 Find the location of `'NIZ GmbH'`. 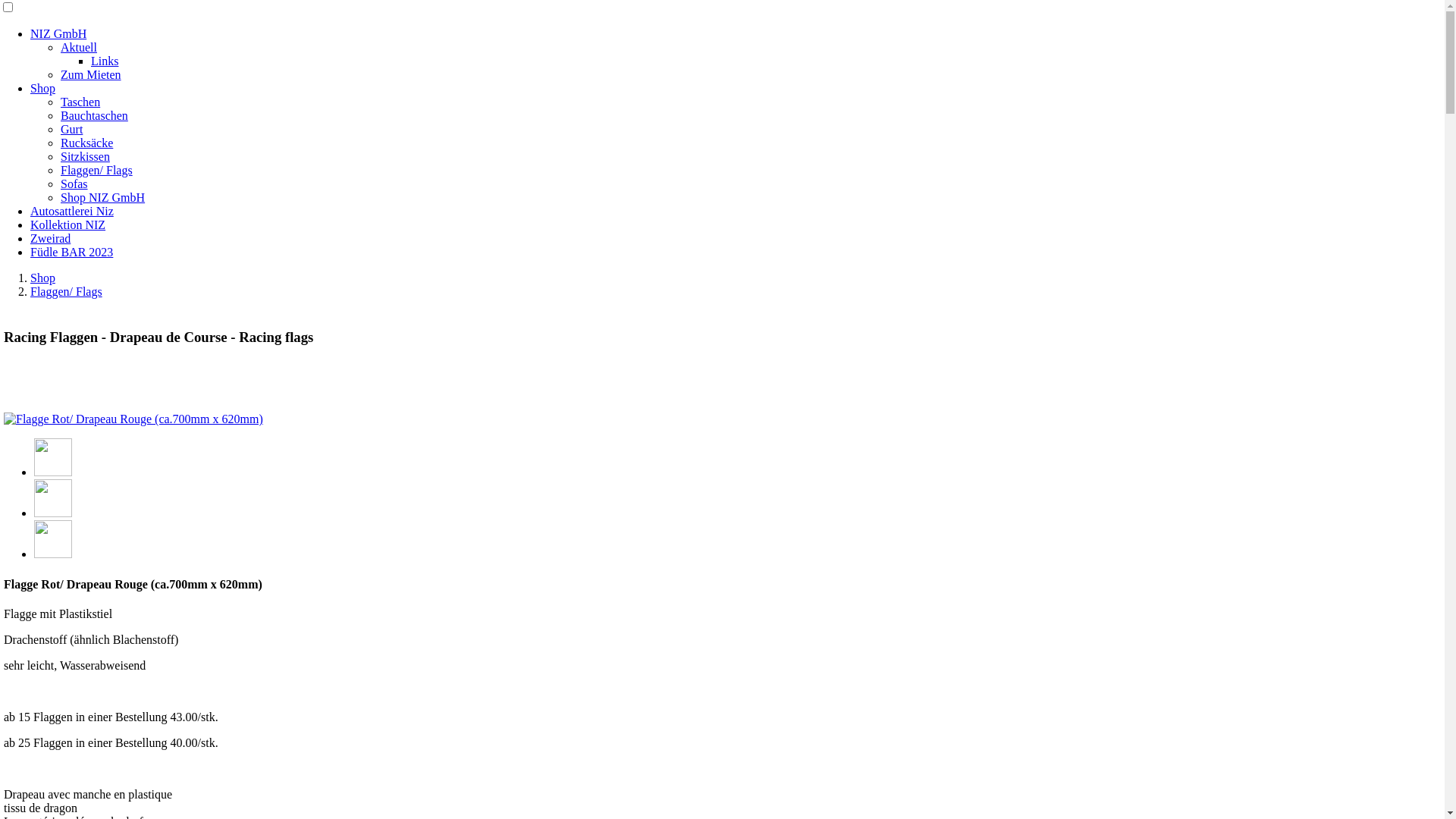

'NIZ GmbH' is located at coordinates (58, 33).